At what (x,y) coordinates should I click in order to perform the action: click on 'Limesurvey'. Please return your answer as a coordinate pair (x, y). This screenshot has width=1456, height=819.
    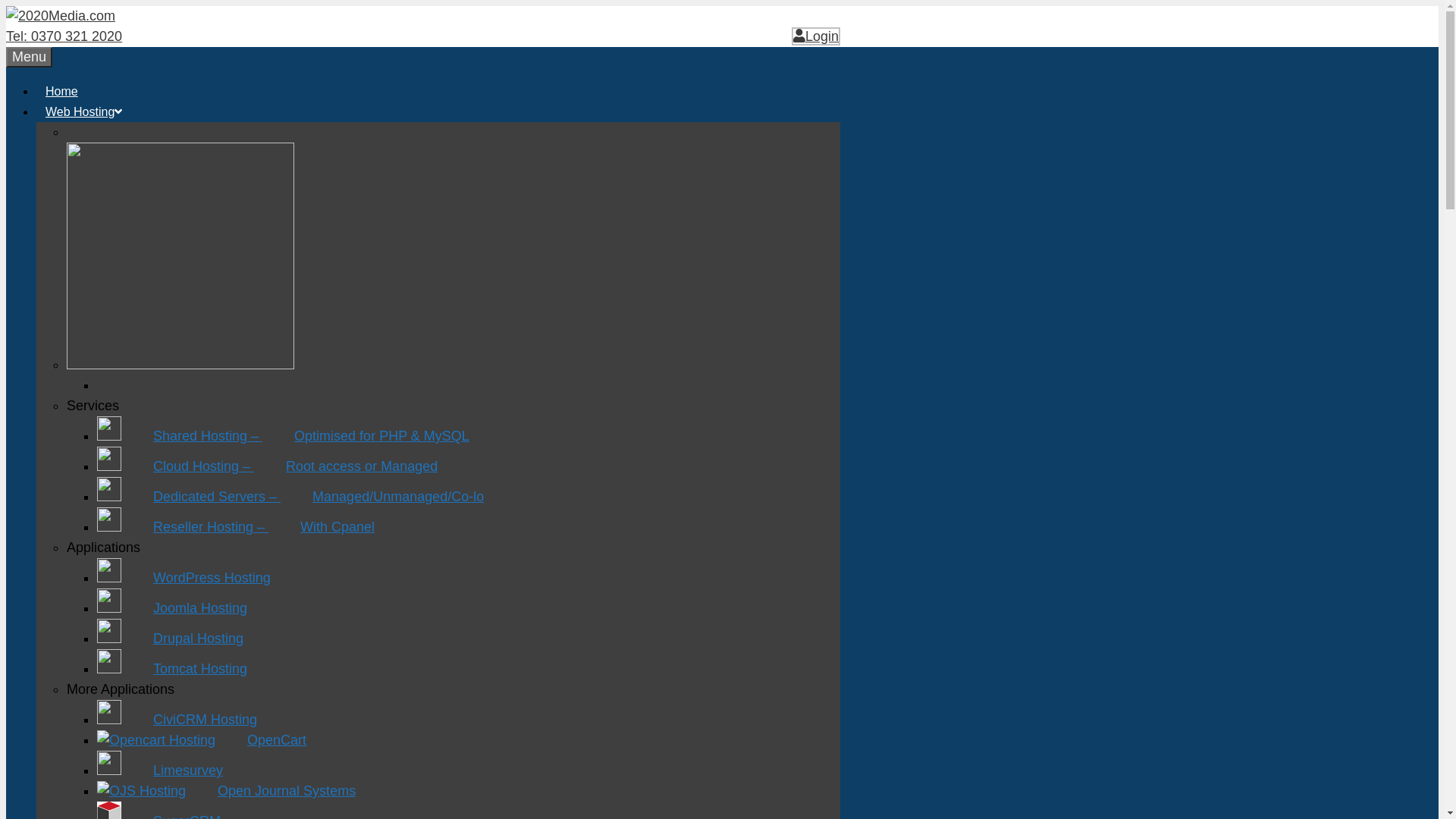
    Looking at the image, I should click on (96, 770).